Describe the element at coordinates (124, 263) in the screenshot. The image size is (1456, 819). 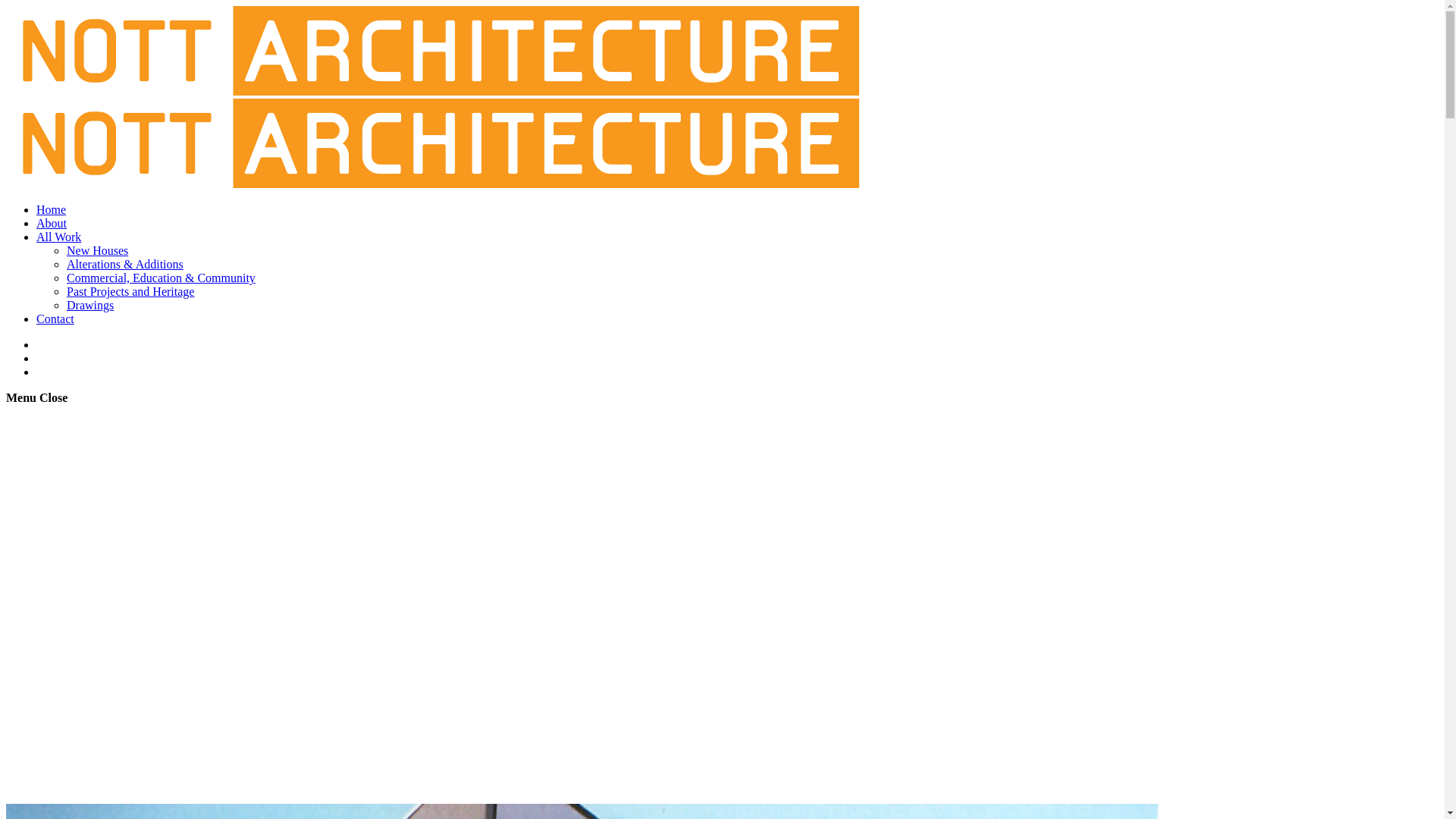
I see `'Alterations & Additions'` at that location.